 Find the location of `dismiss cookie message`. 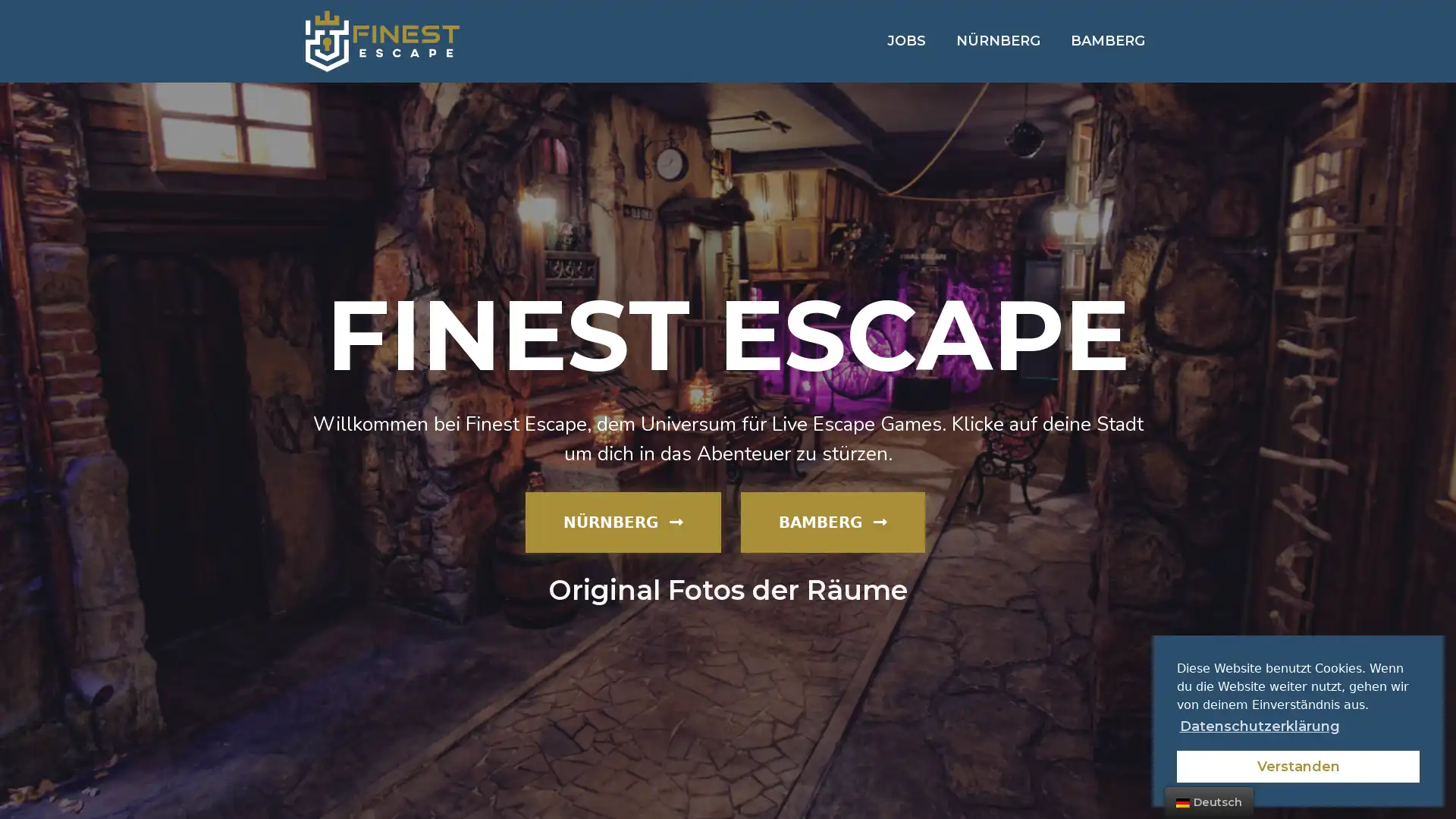

dismiss cookie message is located at coordinates (1298, 766).